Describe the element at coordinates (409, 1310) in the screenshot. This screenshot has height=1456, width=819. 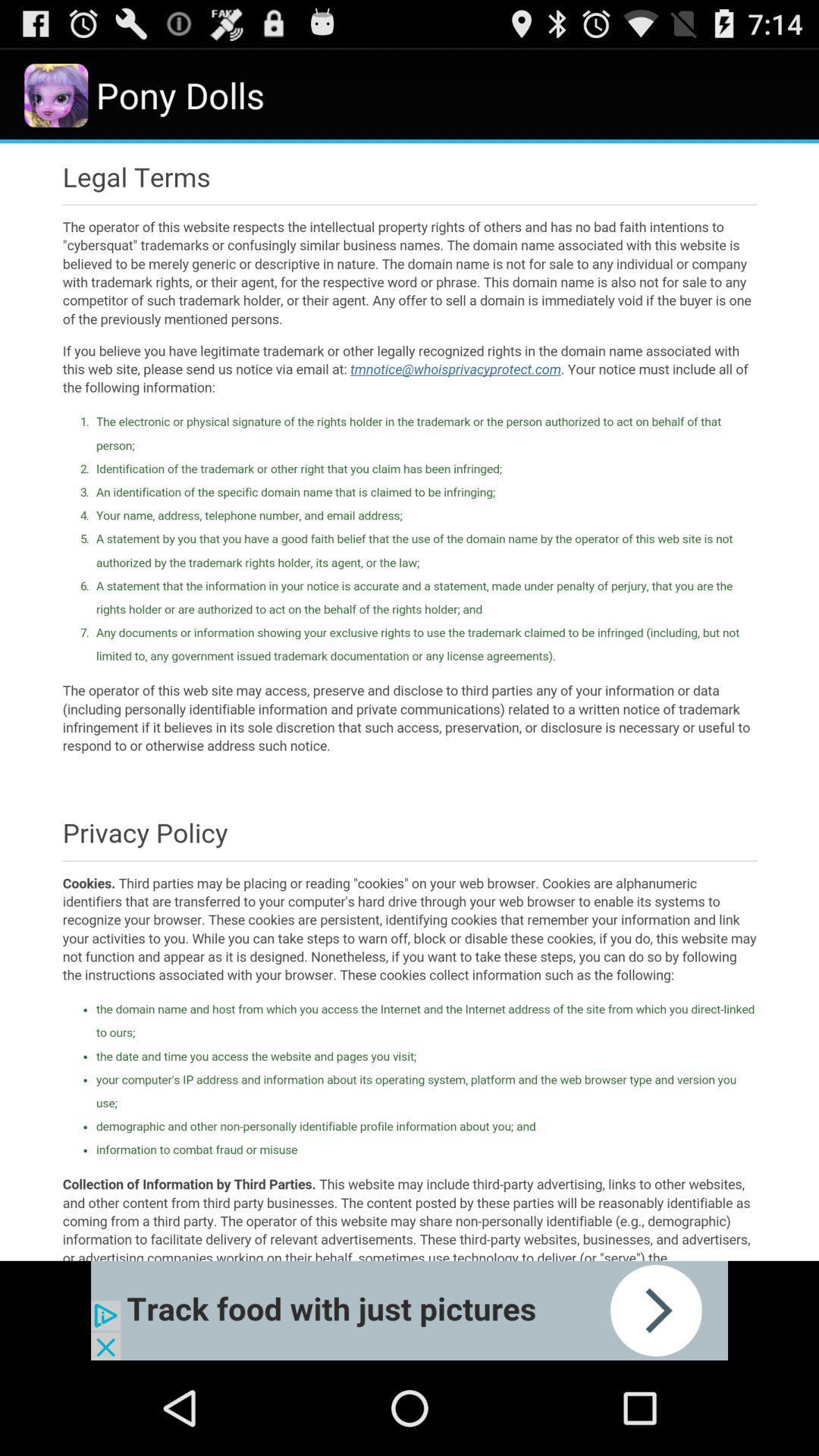
I see `advertisement image or track food` at that location.